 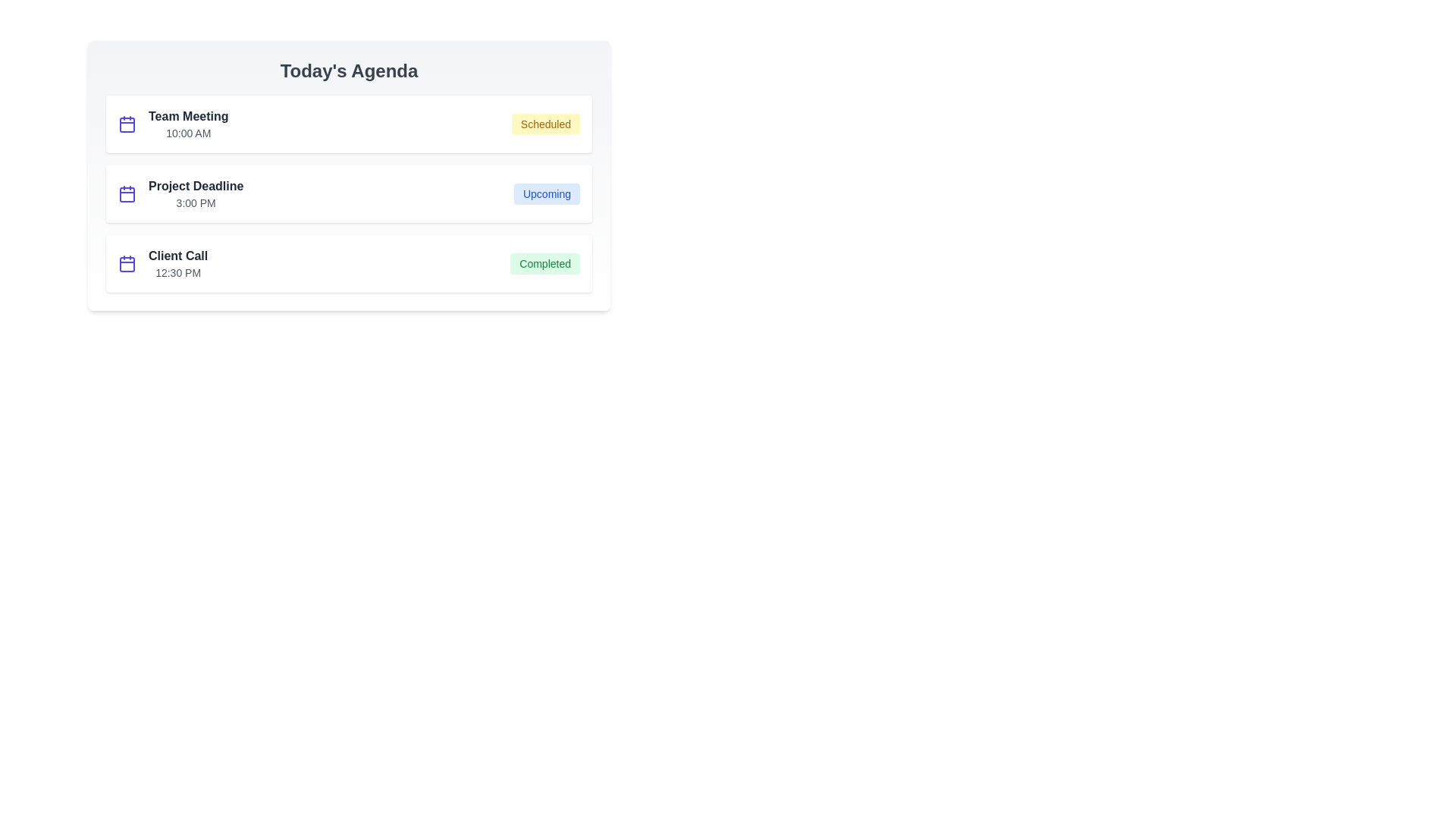 I want to click on the event item corresponding to Client Call, so click(x=348, y=262).